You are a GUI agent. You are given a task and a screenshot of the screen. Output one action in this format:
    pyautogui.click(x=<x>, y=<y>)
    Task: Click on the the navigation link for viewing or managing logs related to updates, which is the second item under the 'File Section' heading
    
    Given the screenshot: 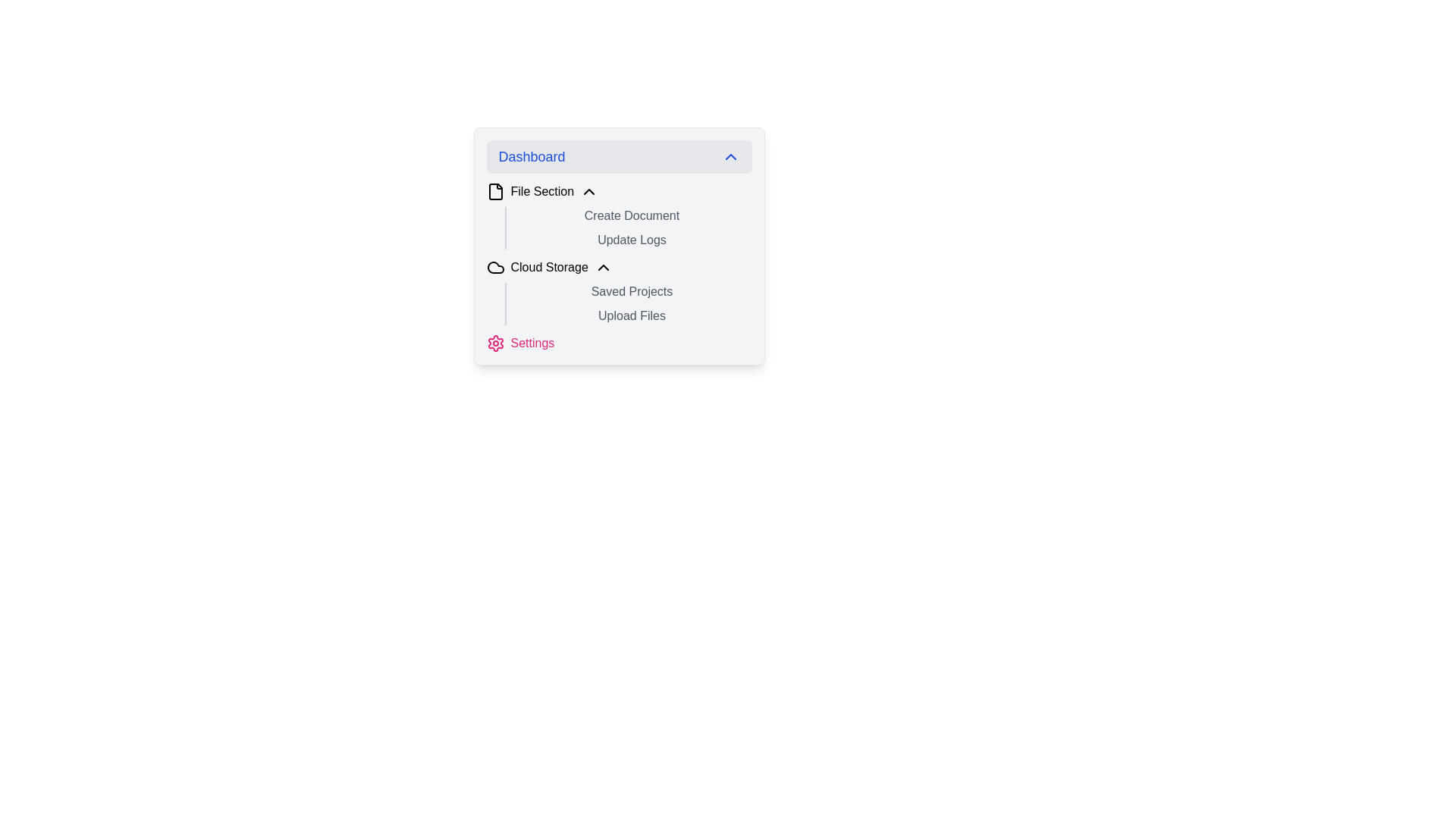 What is the action you would take?
    pyautogui.click(x=629, y=239)
    